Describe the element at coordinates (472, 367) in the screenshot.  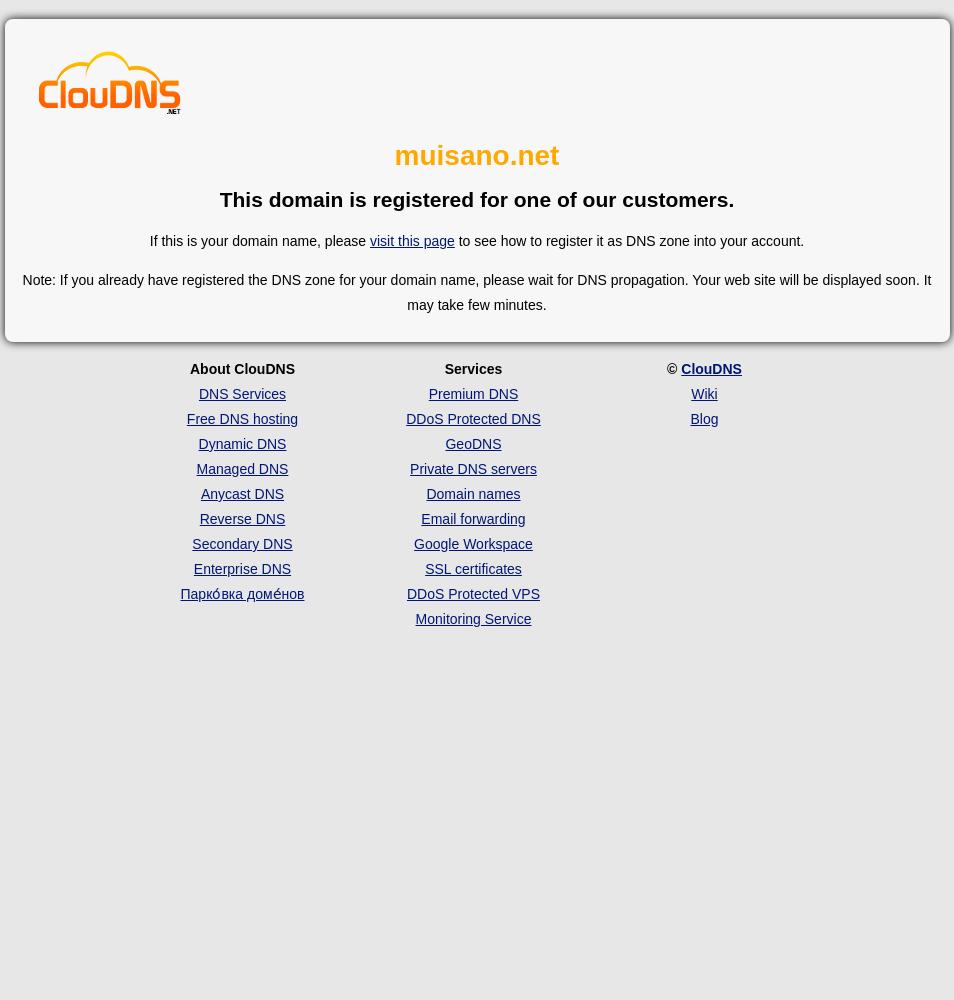
I see `'Services'` at that location.